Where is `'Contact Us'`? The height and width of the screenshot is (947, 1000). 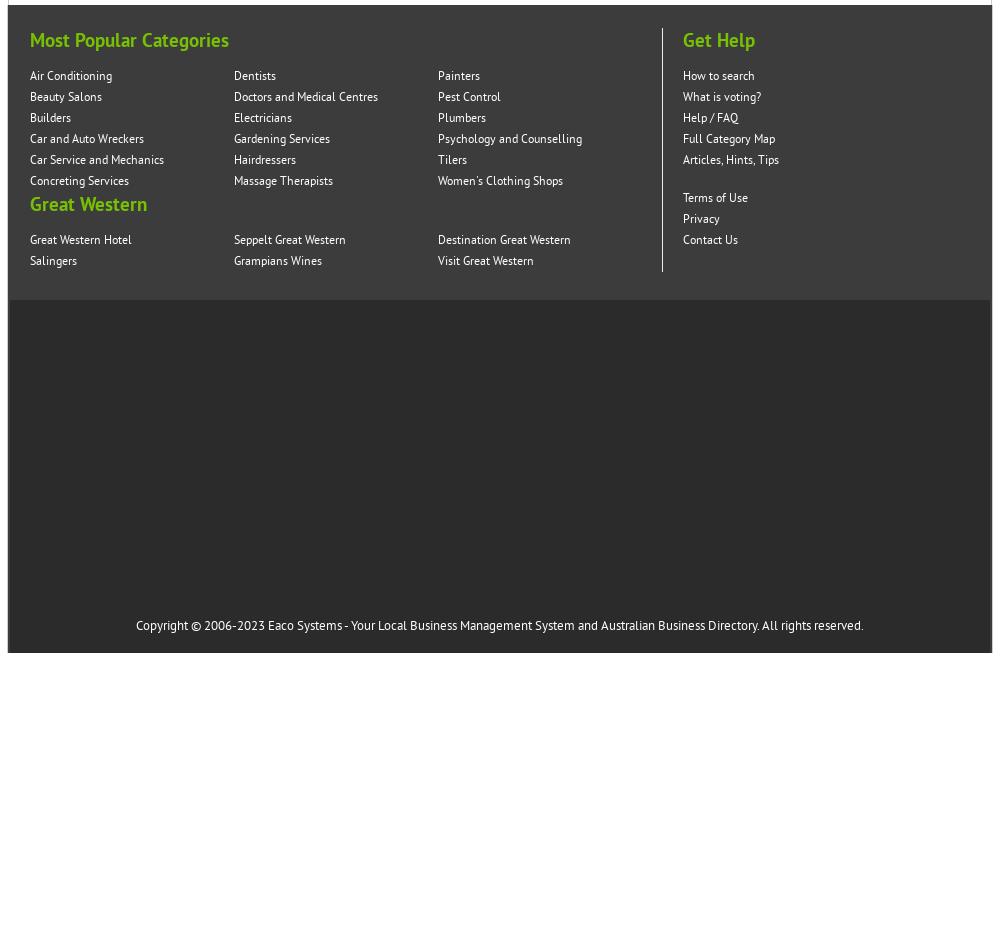
'Contact Us' is located at coordinates (709, 240).